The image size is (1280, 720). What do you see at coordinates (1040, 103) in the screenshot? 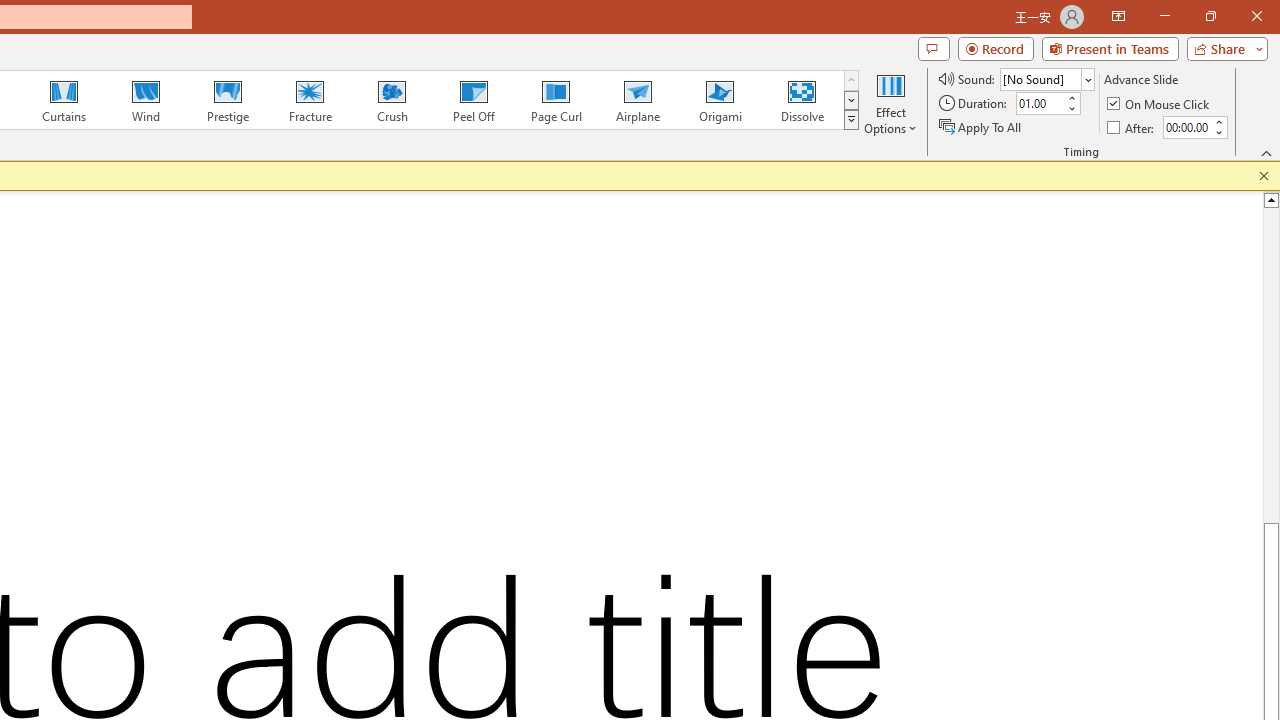
I see `'Duration'` at bounding box center [1040, 103].